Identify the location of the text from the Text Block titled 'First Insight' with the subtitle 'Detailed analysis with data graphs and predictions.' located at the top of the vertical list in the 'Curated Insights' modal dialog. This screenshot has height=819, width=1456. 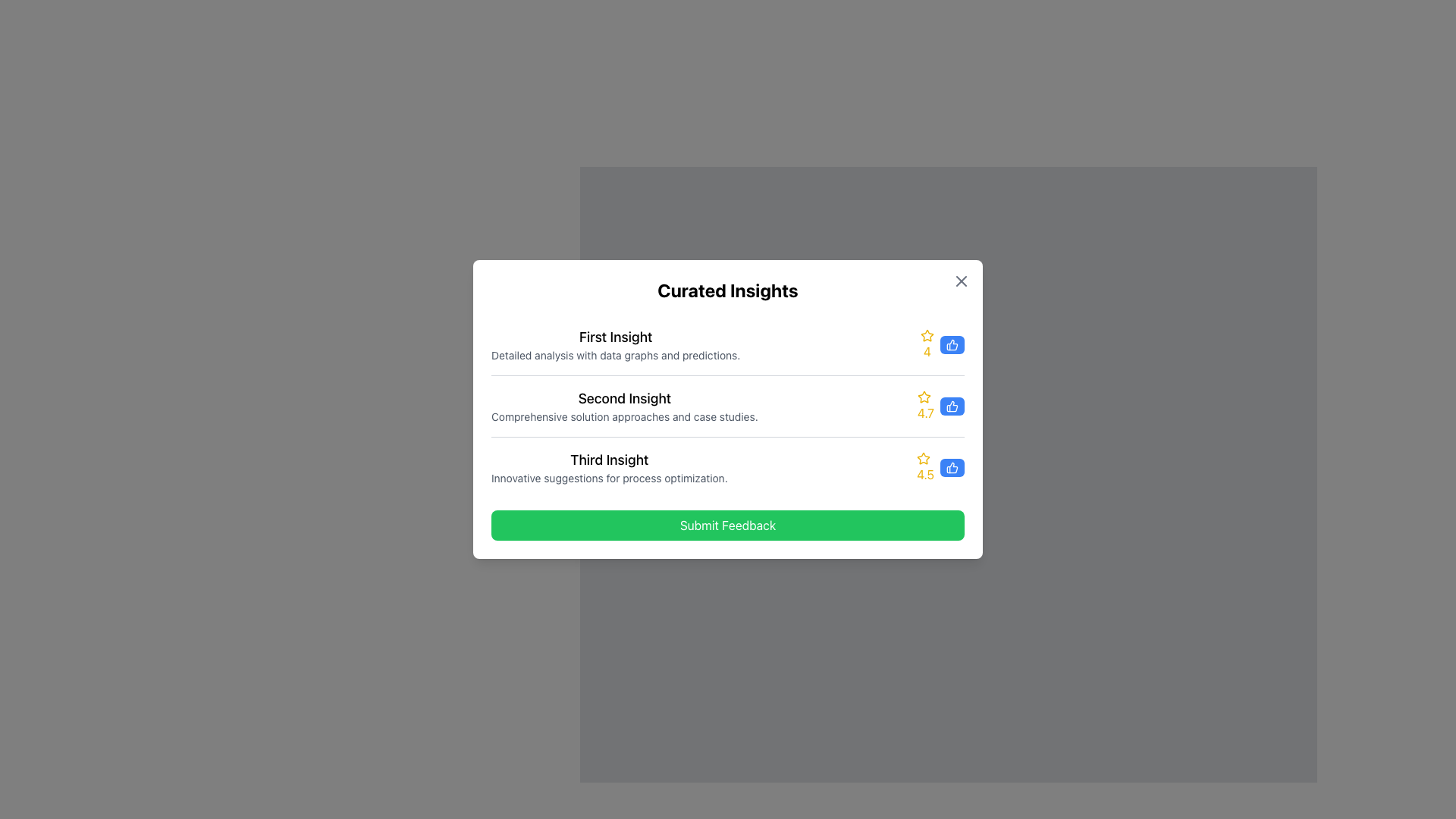
(616, 345).